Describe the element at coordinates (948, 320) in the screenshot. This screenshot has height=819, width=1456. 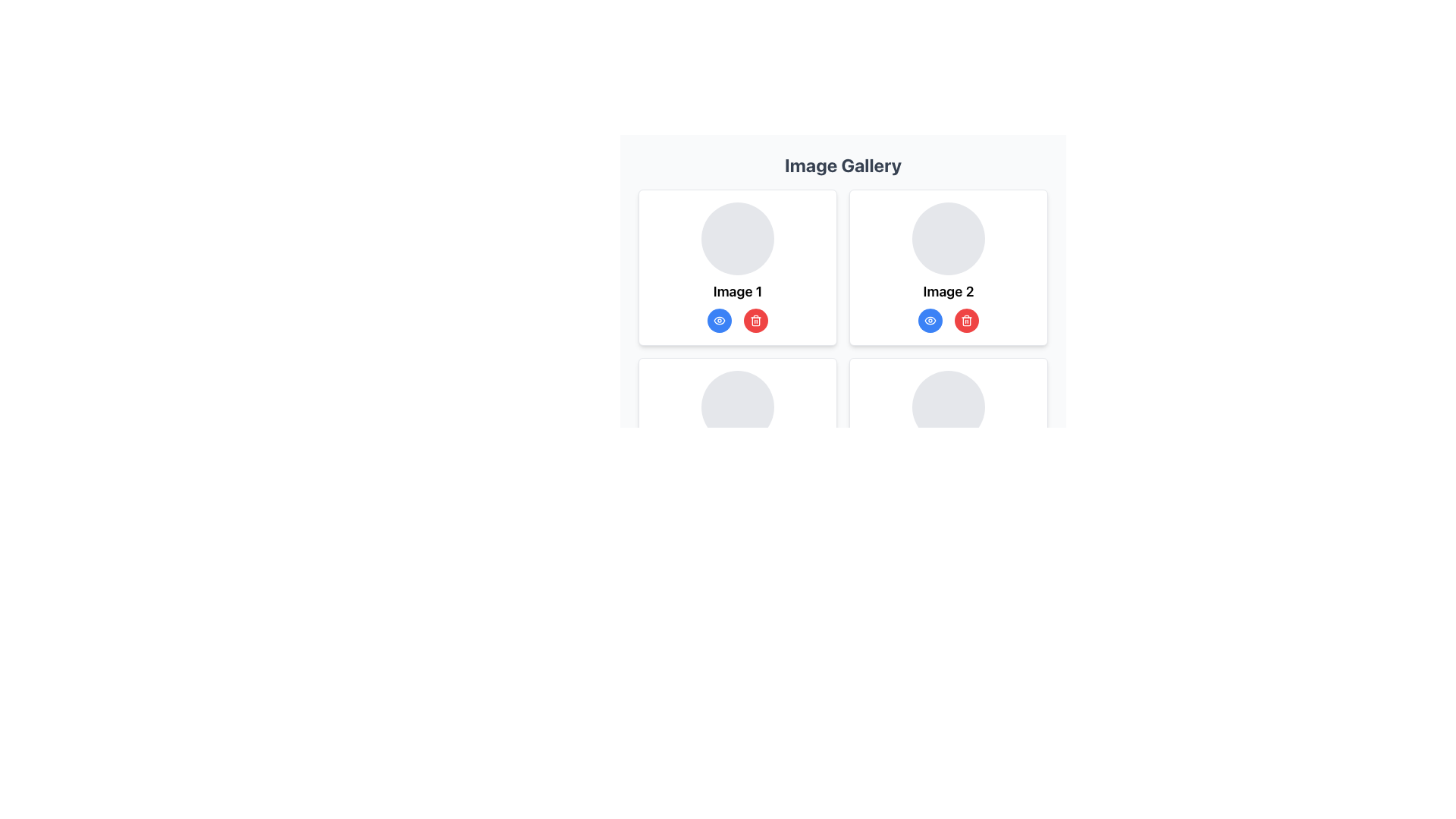
I see `the Component Group containing the blue eye button and the red trash button located beneath 'Image 2' in the card layout` at that location.